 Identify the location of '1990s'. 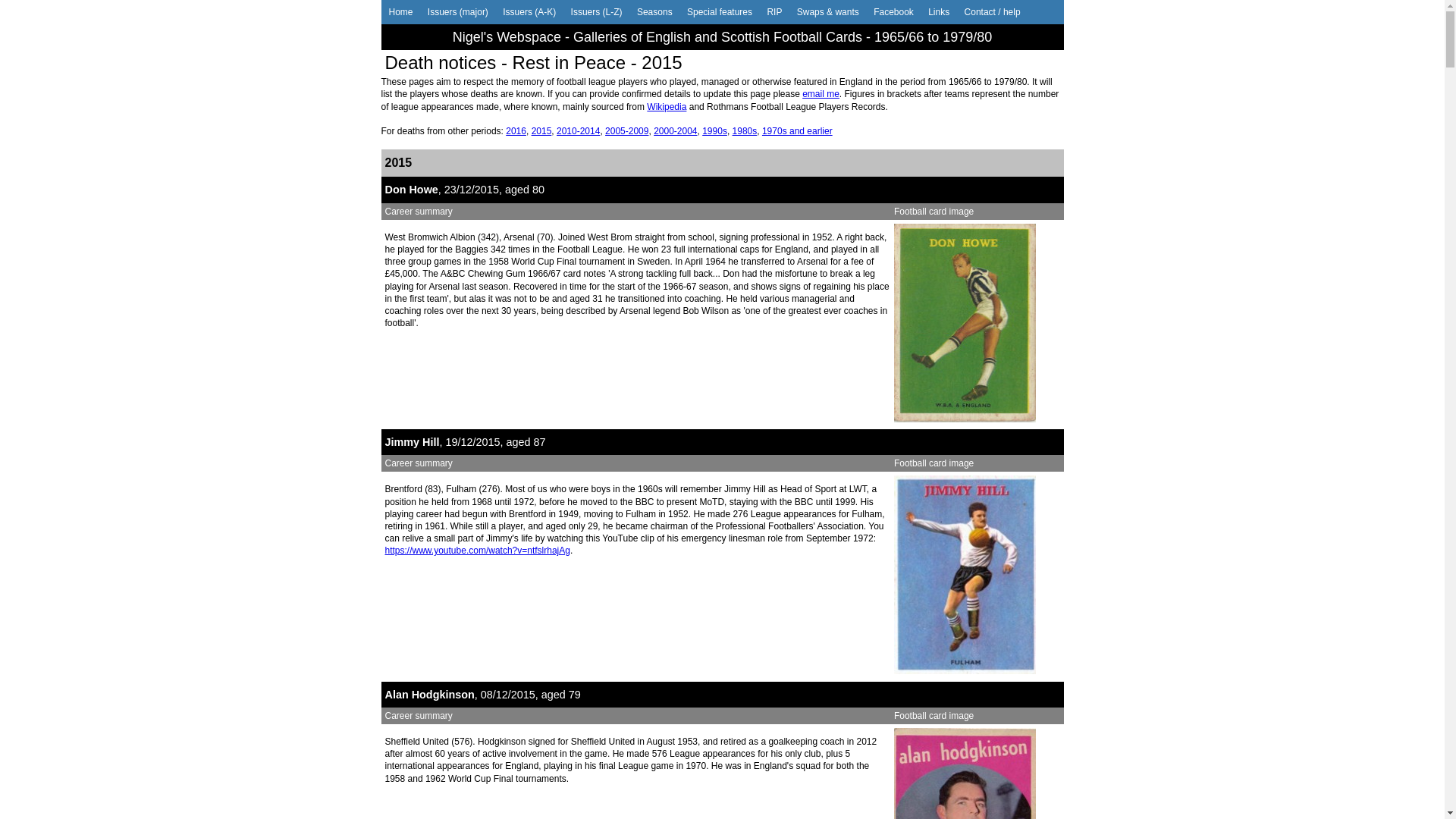
(714, 130).